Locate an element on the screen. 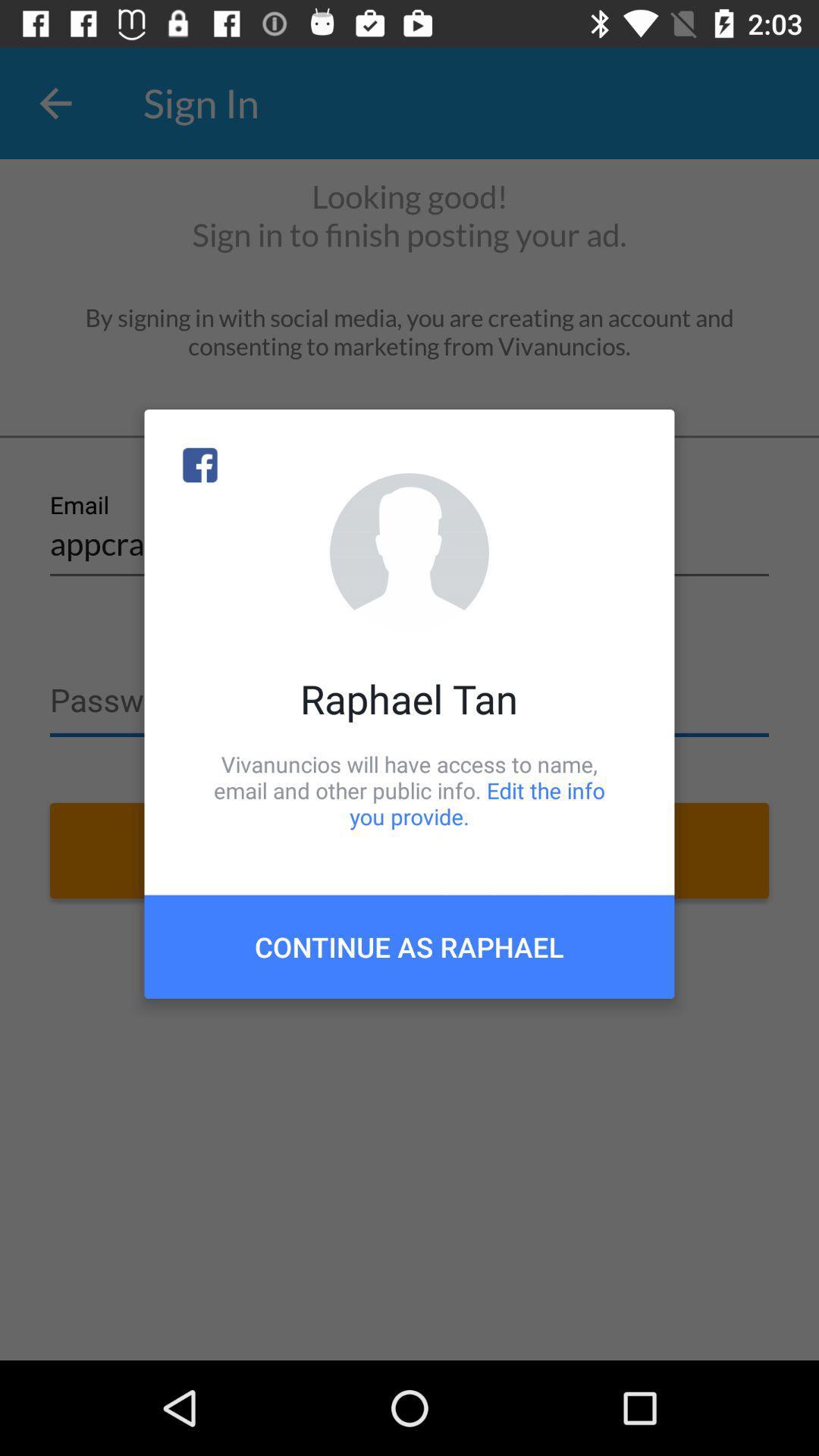  vivanuncios will have is located at coordinates (409, 789).